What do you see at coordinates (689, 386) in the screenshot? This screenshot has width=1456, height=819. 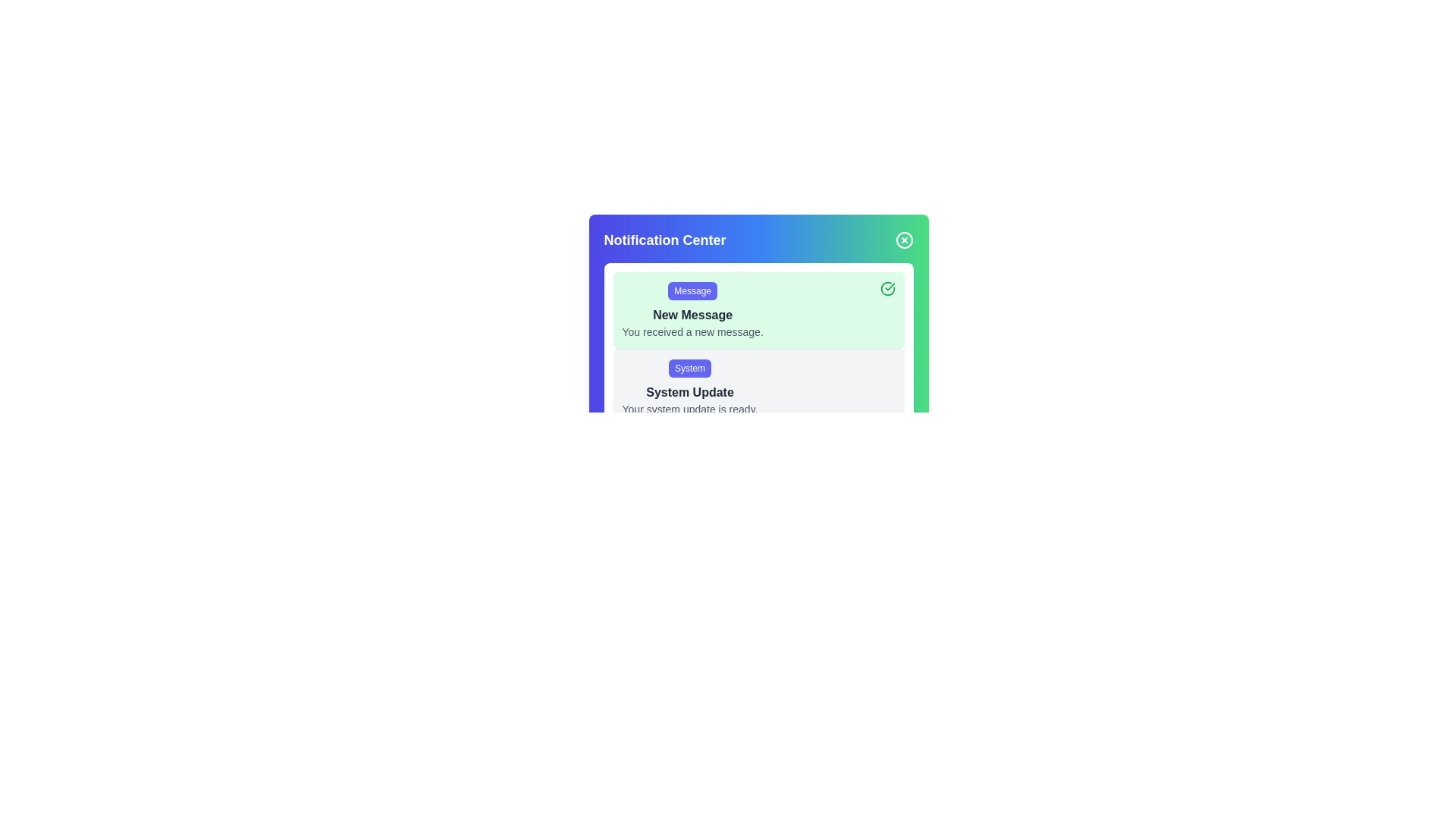 I see `the notification card that informs the user about the availability of a system update in the Notification Center` at bounding box center [689, 386].